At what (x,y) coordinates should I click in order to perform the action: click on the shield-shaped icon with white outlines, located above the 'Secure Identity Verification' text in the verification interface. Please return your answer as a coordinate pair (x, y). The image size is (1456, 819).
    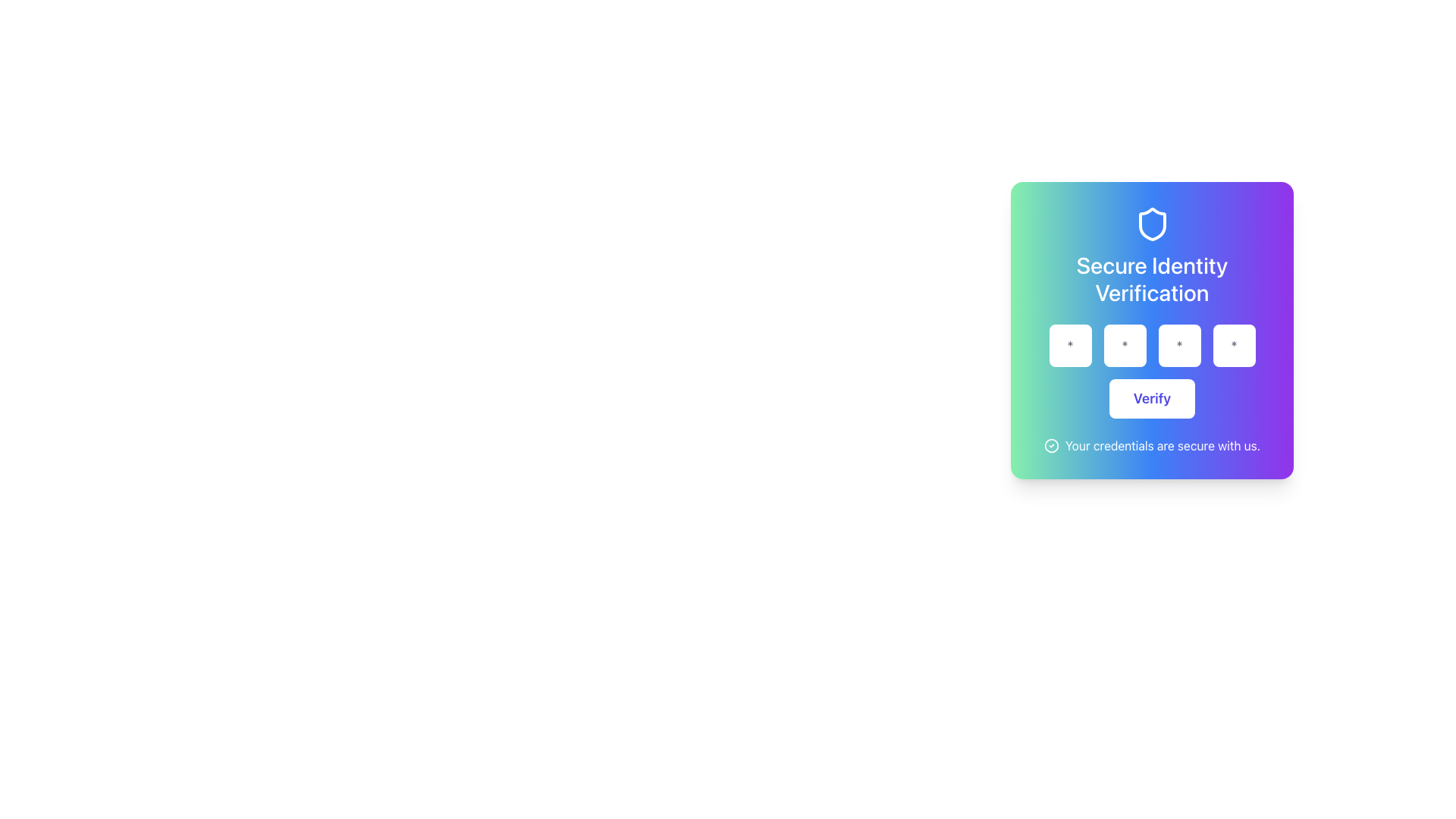
    Looking at the image, I should click on (1152, 224).